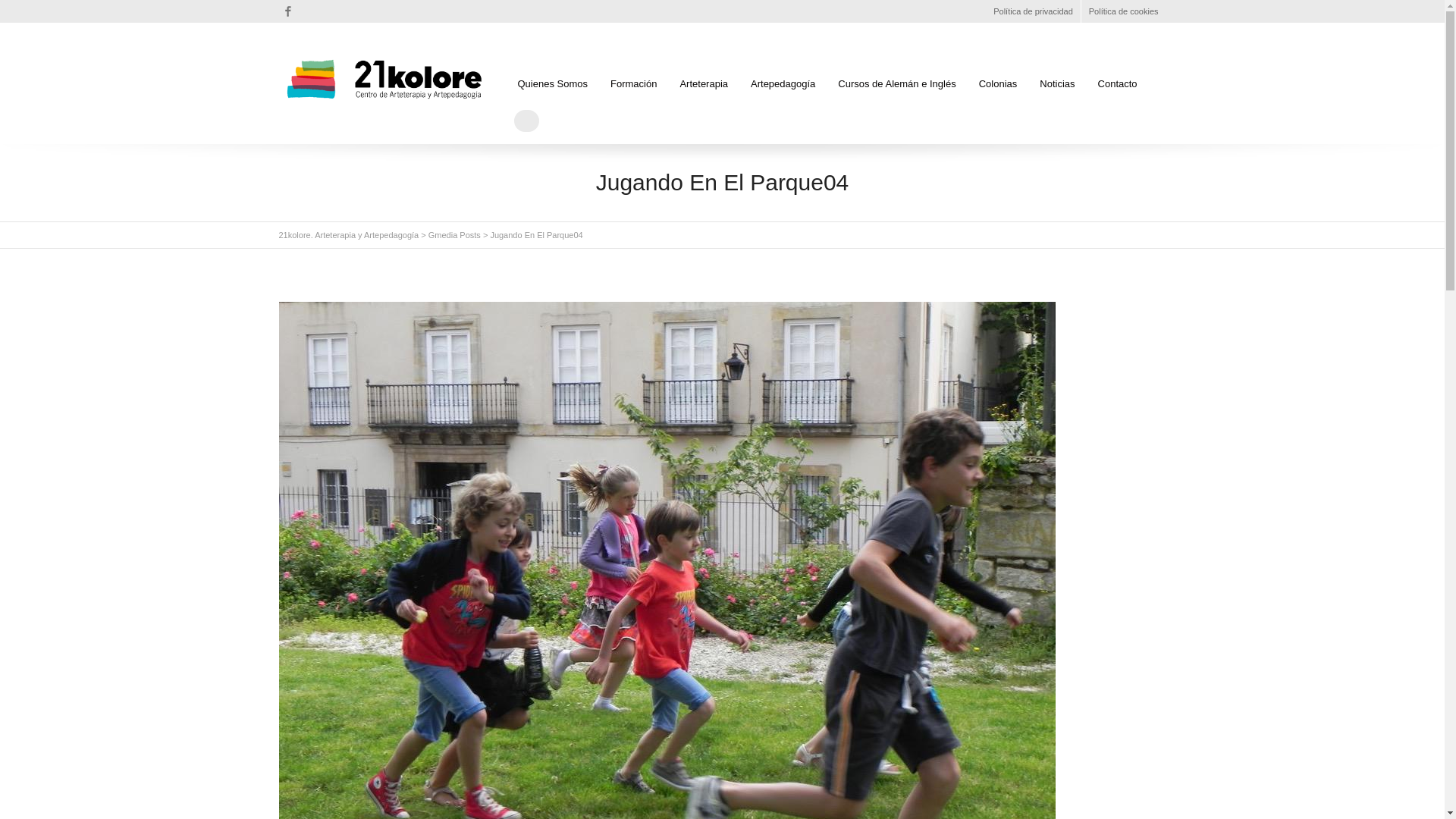 Image resolution: width=1456 pixels, height=819 pixels. What do you see at coordinates (702, 84) in the screenshot?
I see `'Arteterapia'` at bounding box center [702, 84].